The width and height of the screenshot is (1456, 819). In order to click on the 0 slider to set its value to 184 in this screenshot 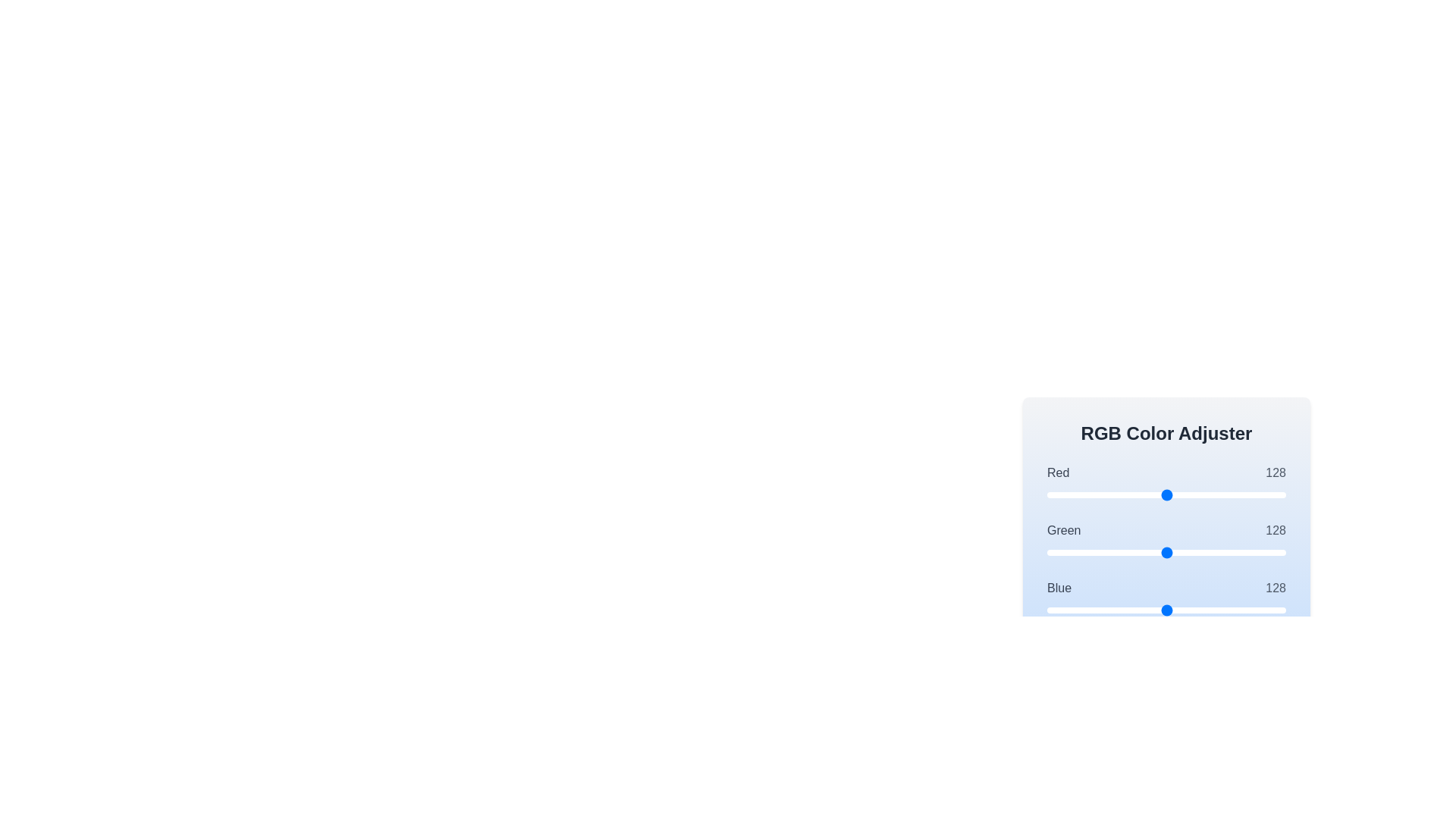, I will do `click(1219, 494)`.